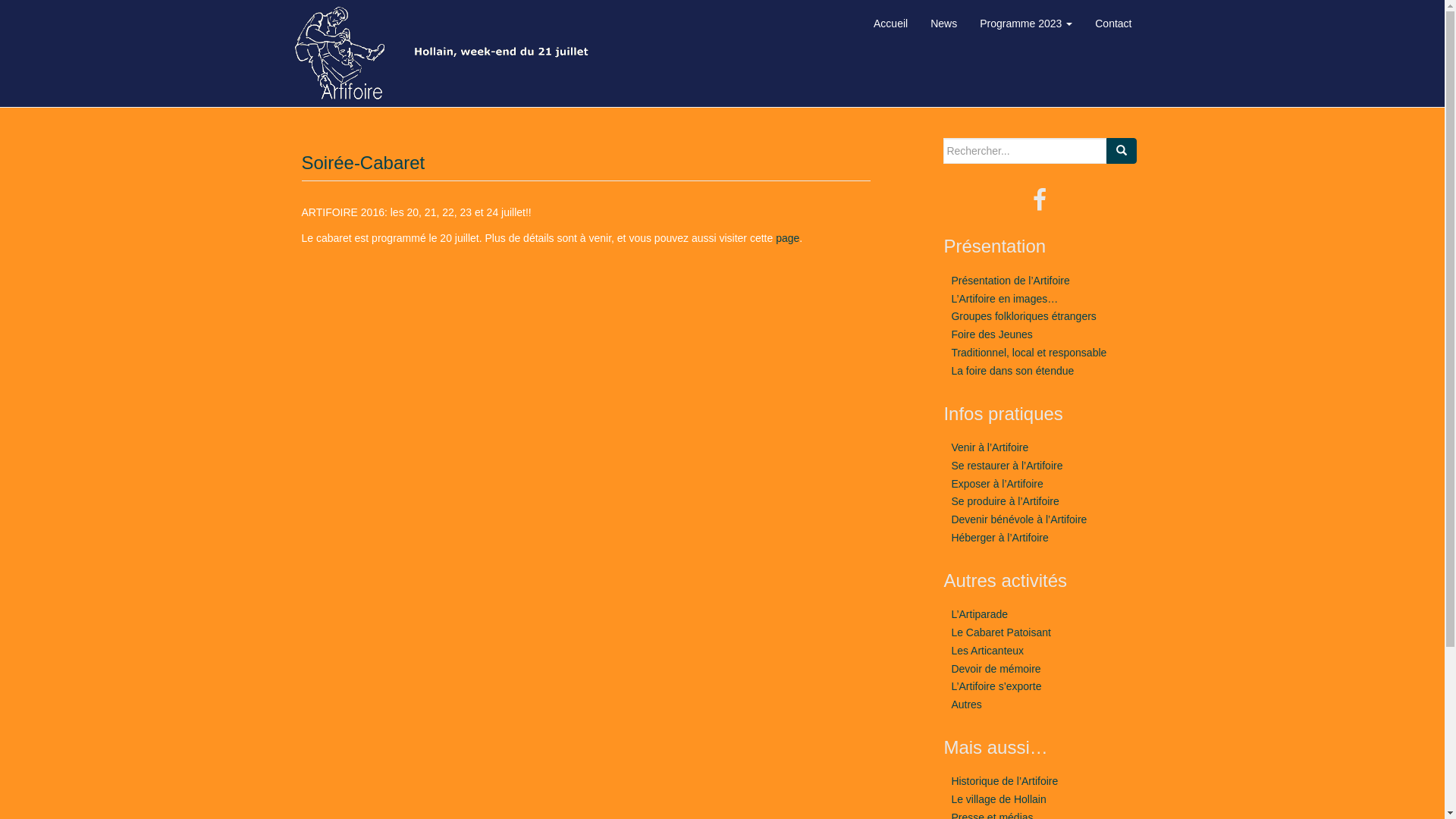 The width and height of the screenshot is (1456, 819). What do you see at coordinates (775, 237) in the screenshot?
I see `'page'` at bounding box center [775, 237].